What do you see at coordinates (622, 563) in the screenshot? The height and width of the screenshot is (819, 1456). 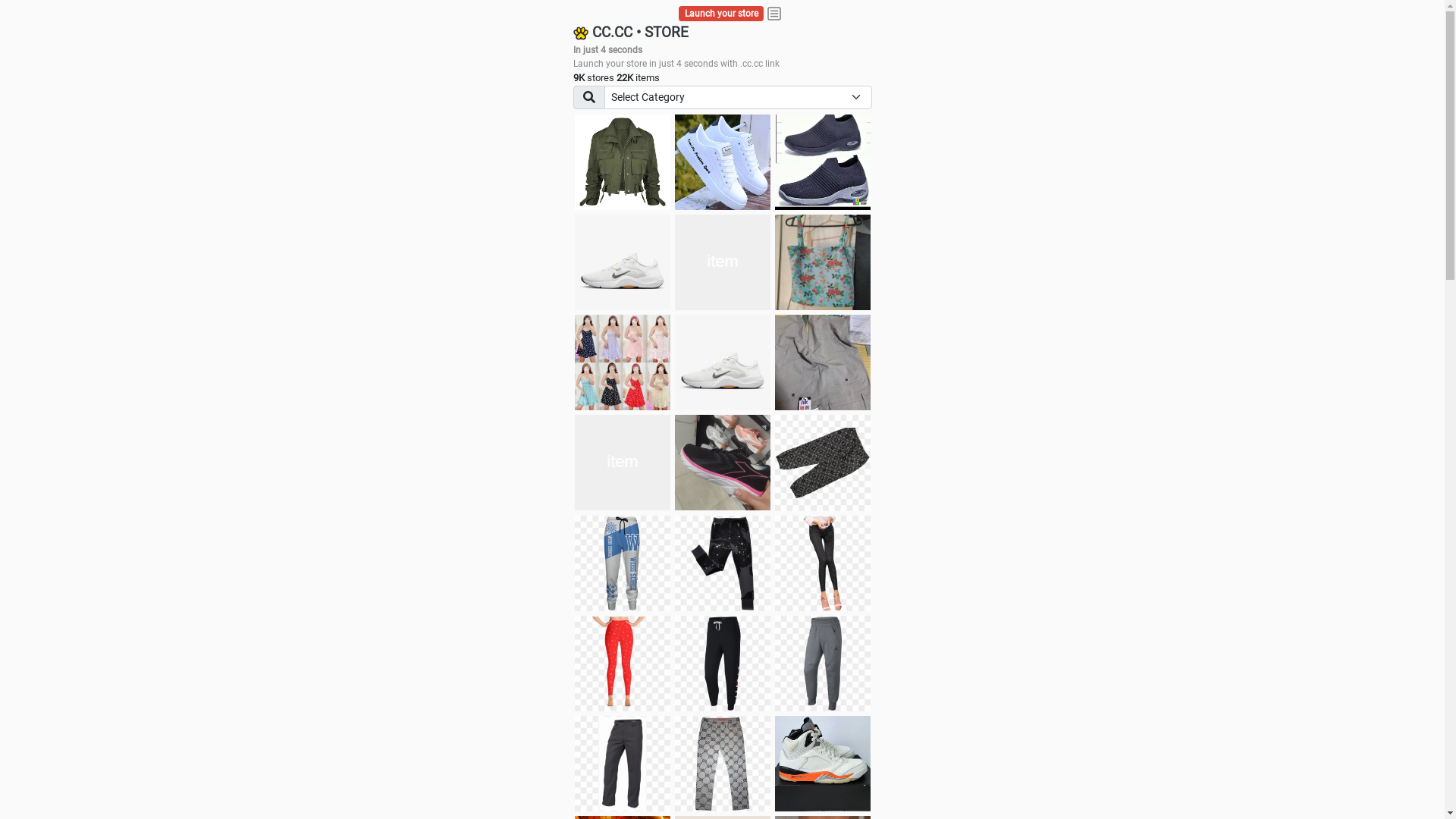 I see `'Pant'` at bounding box center [622, 563].